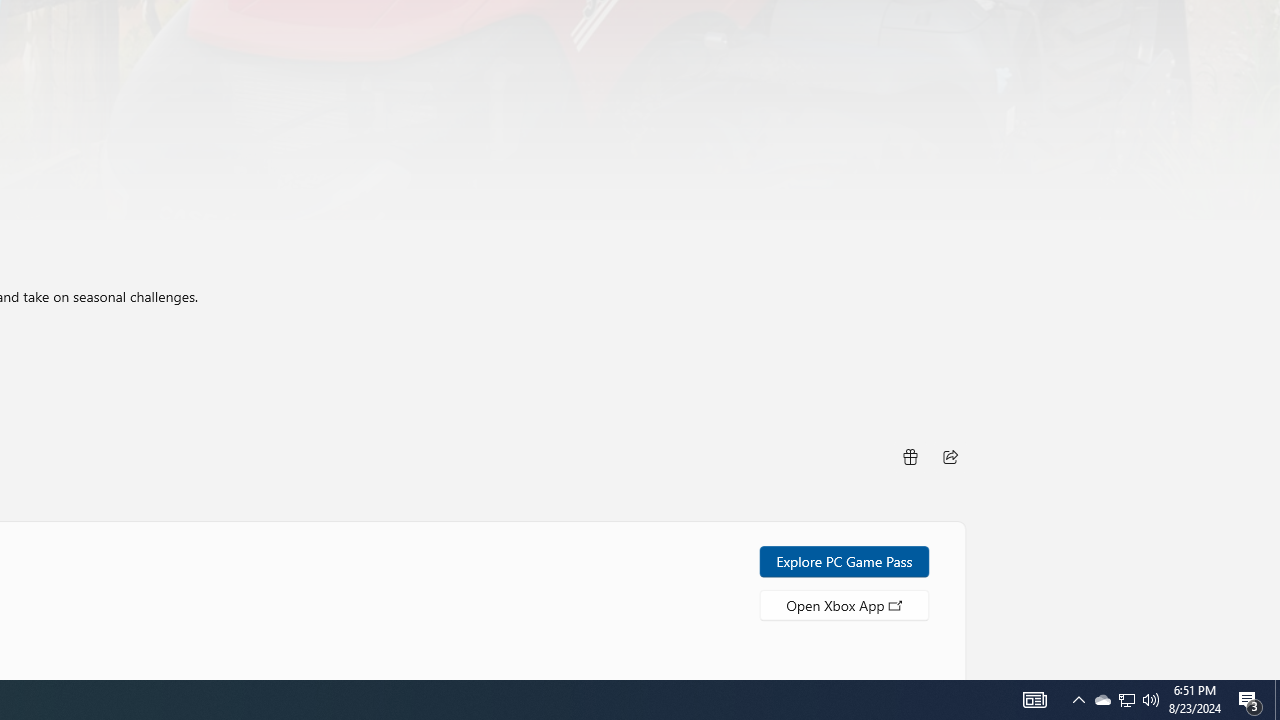 This screenshot has height=720, width=1280. I want to click on 'Vertical Small Increase', so click(1271, 672).